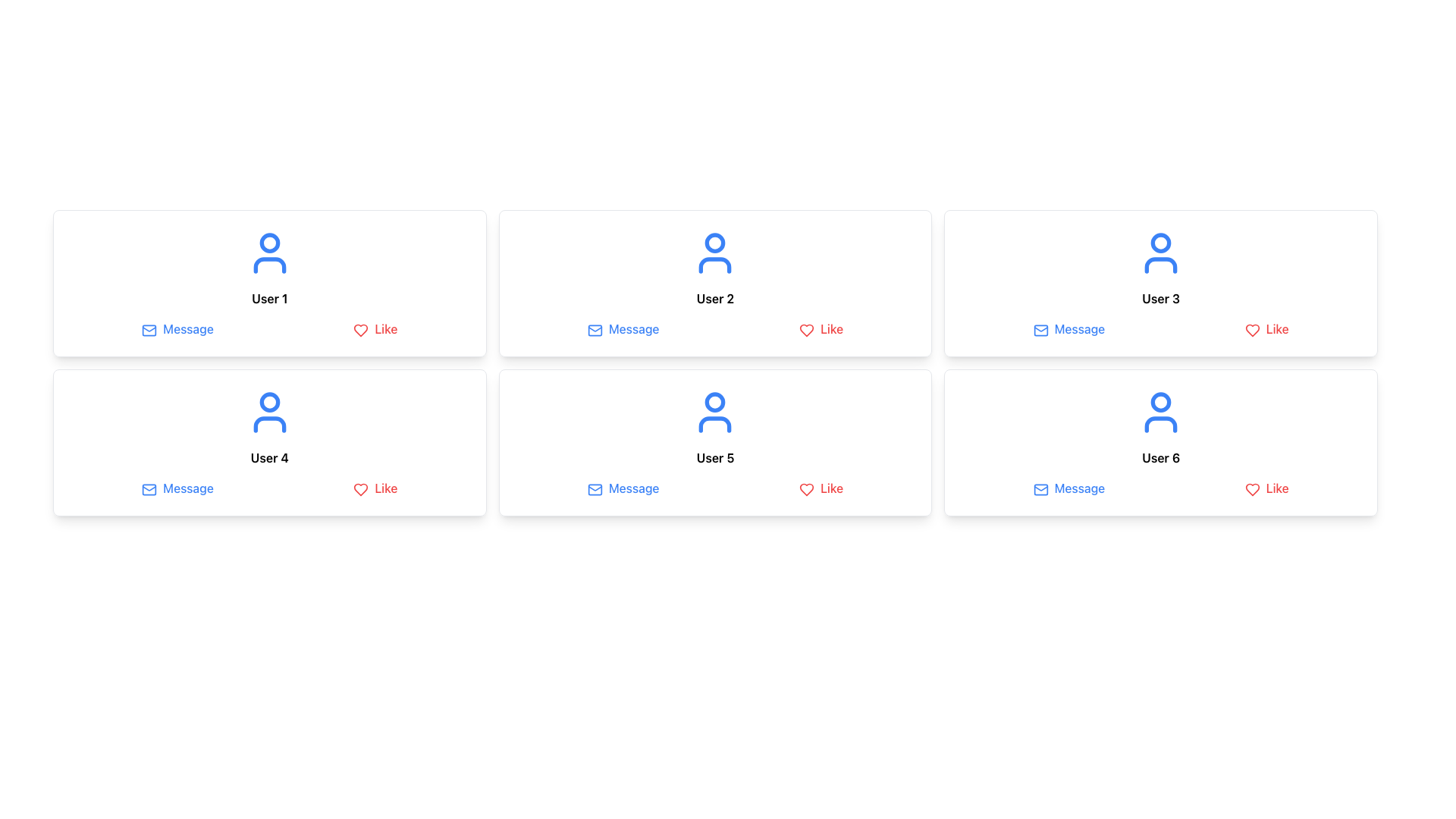 The height and width of the screenshot is (819, 1456). Describe the element at coordinates (149, 329) in the screenshot. I see `the decorative vector element located at the top-left corner of the envelope icon that represents the 'Message' button under 'User 1' card in the first row, first column of the grid` at that location.